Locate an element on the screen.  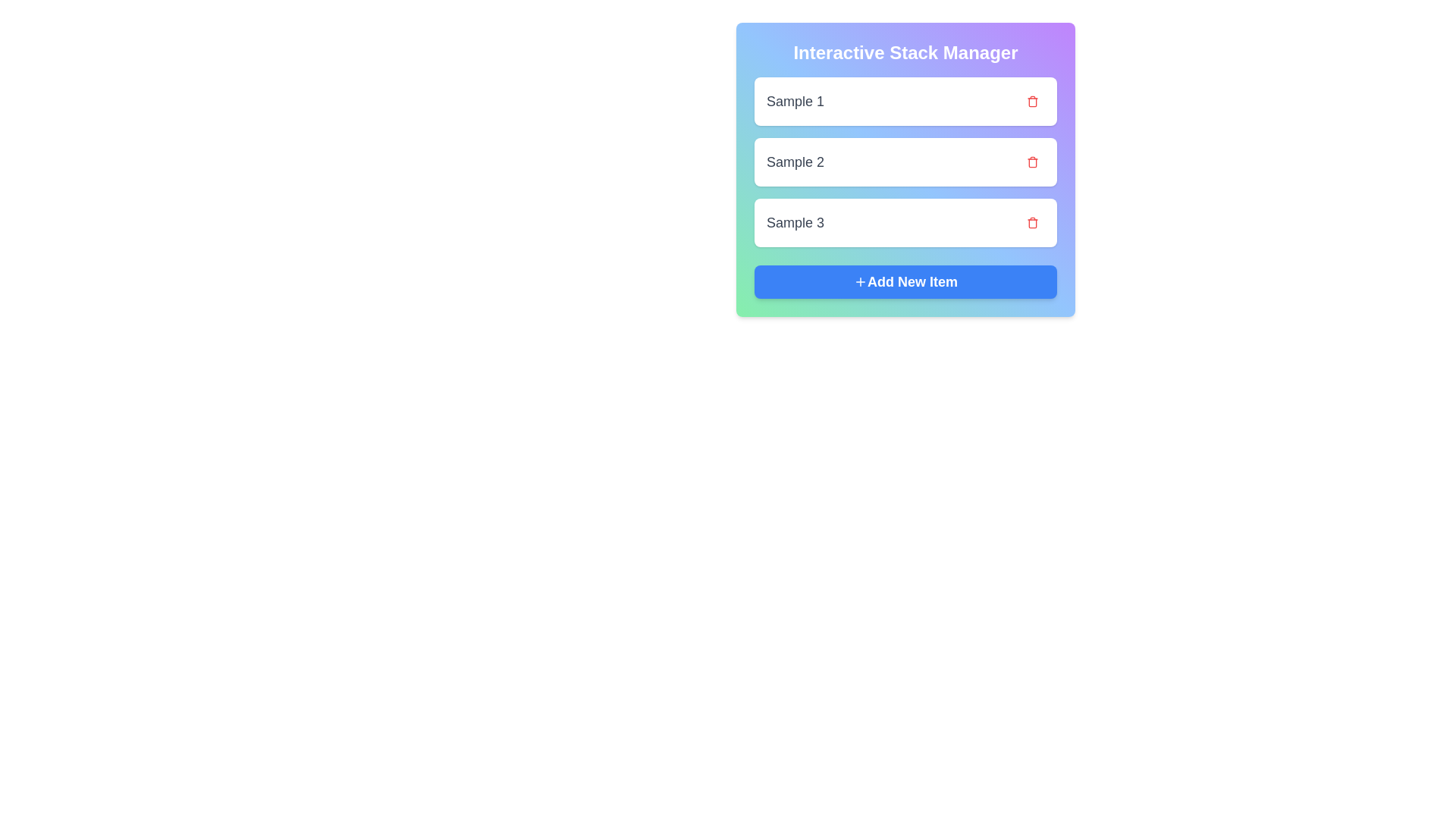
the text label displaying 'Sample 3', which is styled in a medium-sized, bold gray font and positioned within the third item of the 'Interactive Stack Manager' is located at coordinates (795, 222).